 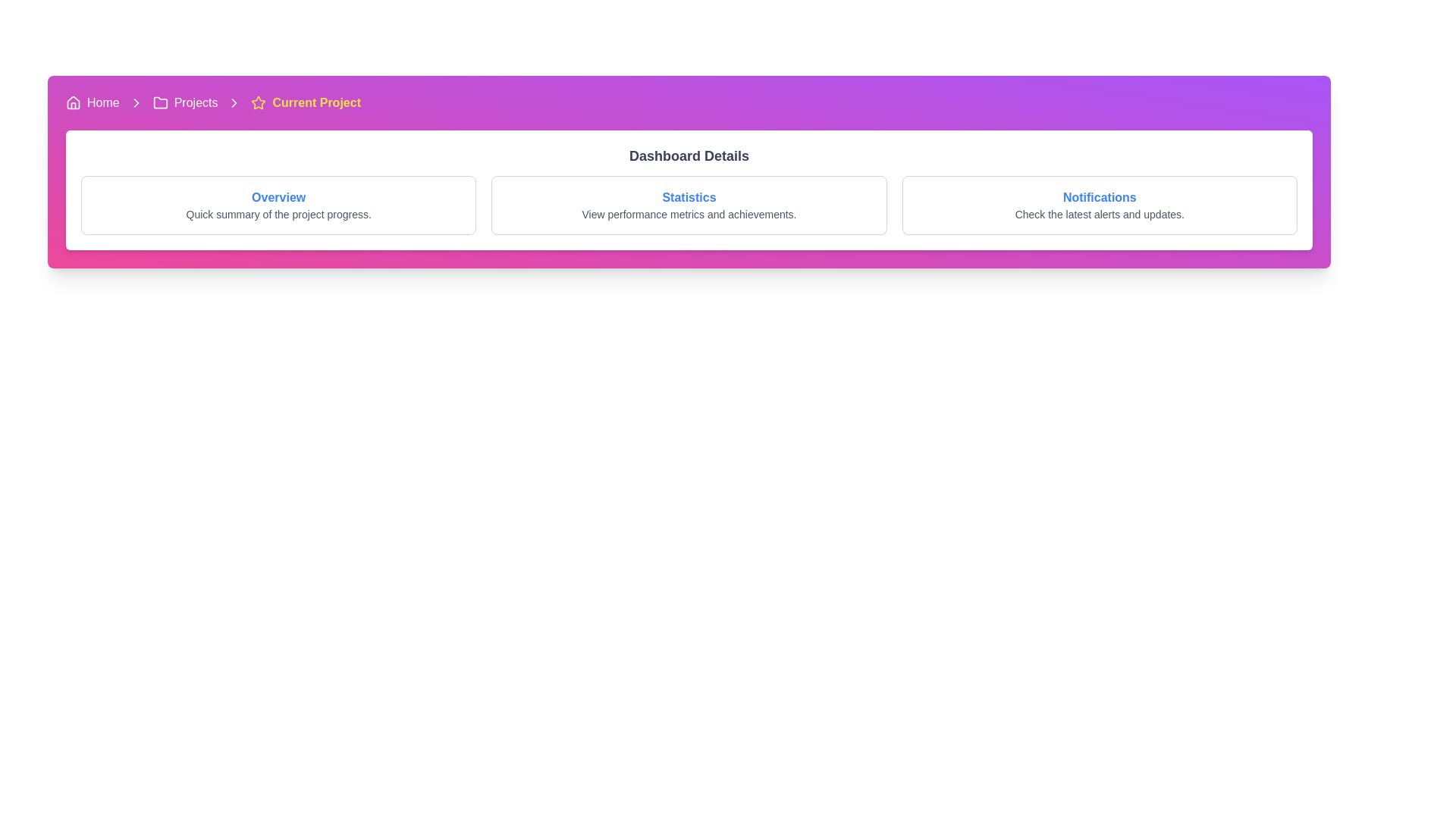 What do you see at coordinates (184, 102) in the screenshot?
I see `the 'Projects' breadcrumb navigation item, which includes an icon and text` at bounding box center [184, 102].